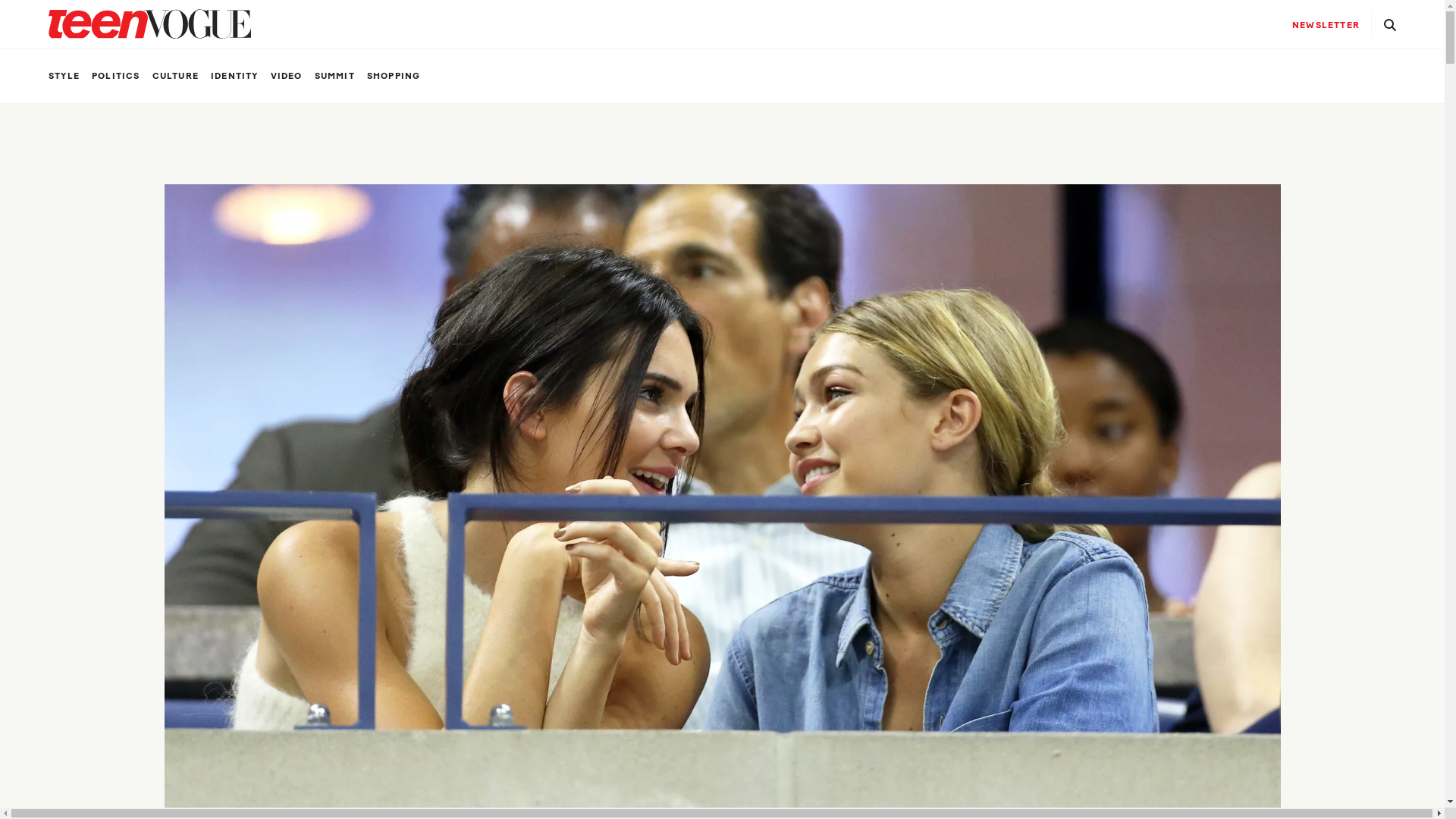  What do you see at coordinates (63, 76) in the screenshot?
I see `'STYLE'` at bounding box center [63, 76].